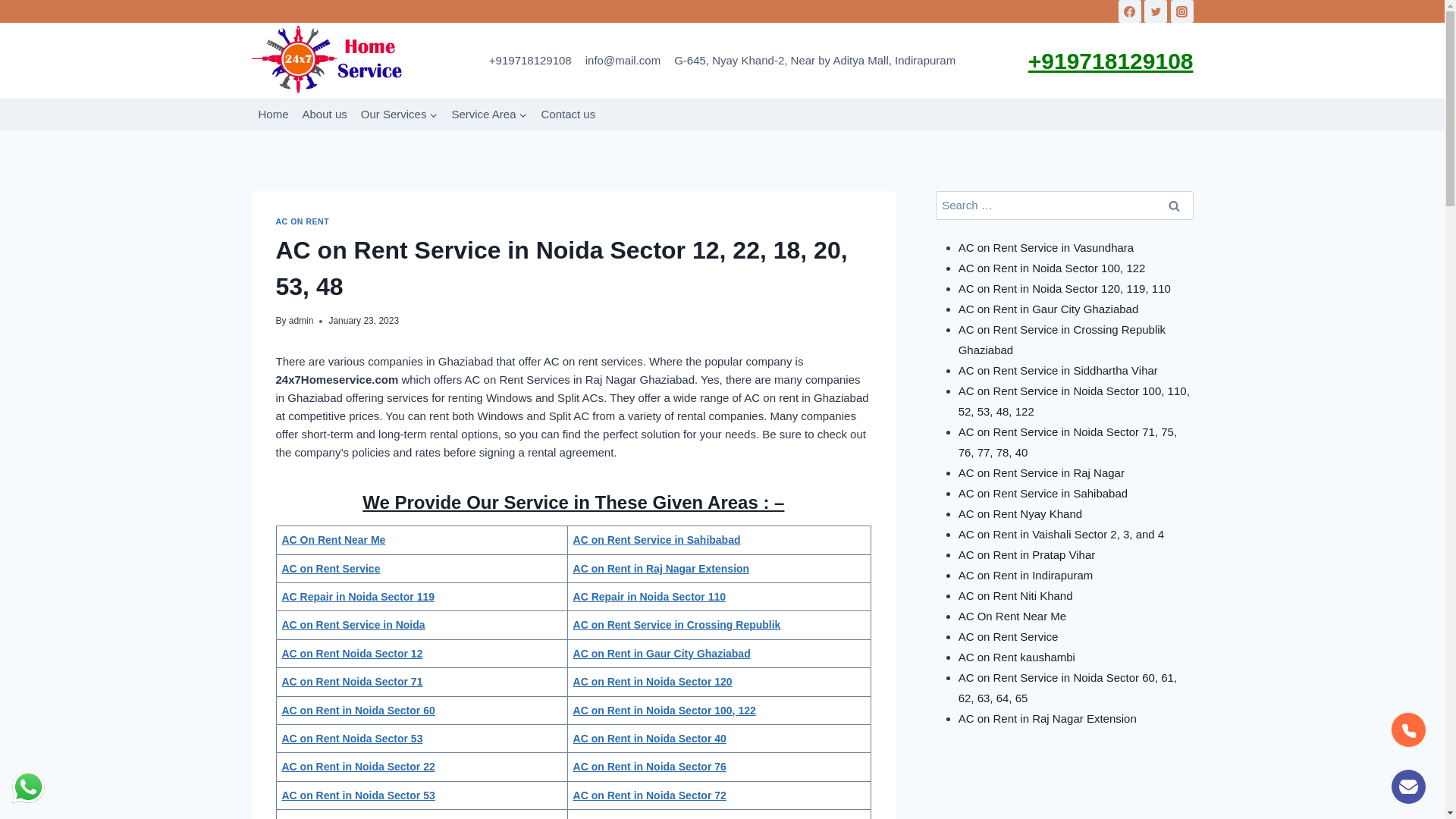 Image resolution: width=1456 pixels, height=819 pixels. I want to click on 'AC on Rent in Noida Sector 22', so click(282, 766).